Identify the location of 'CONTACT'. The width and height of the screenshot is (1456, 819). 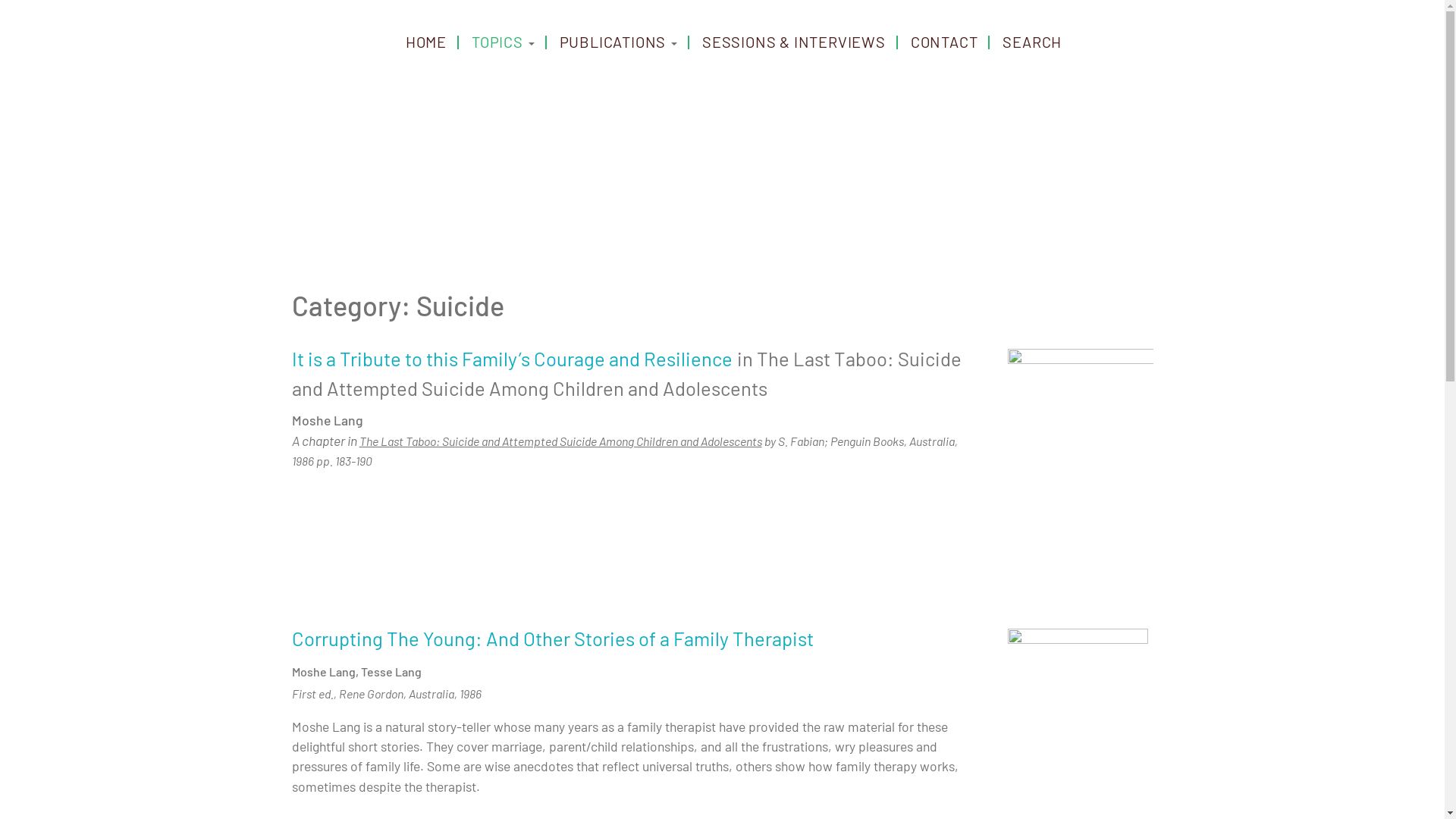
(943, 40).